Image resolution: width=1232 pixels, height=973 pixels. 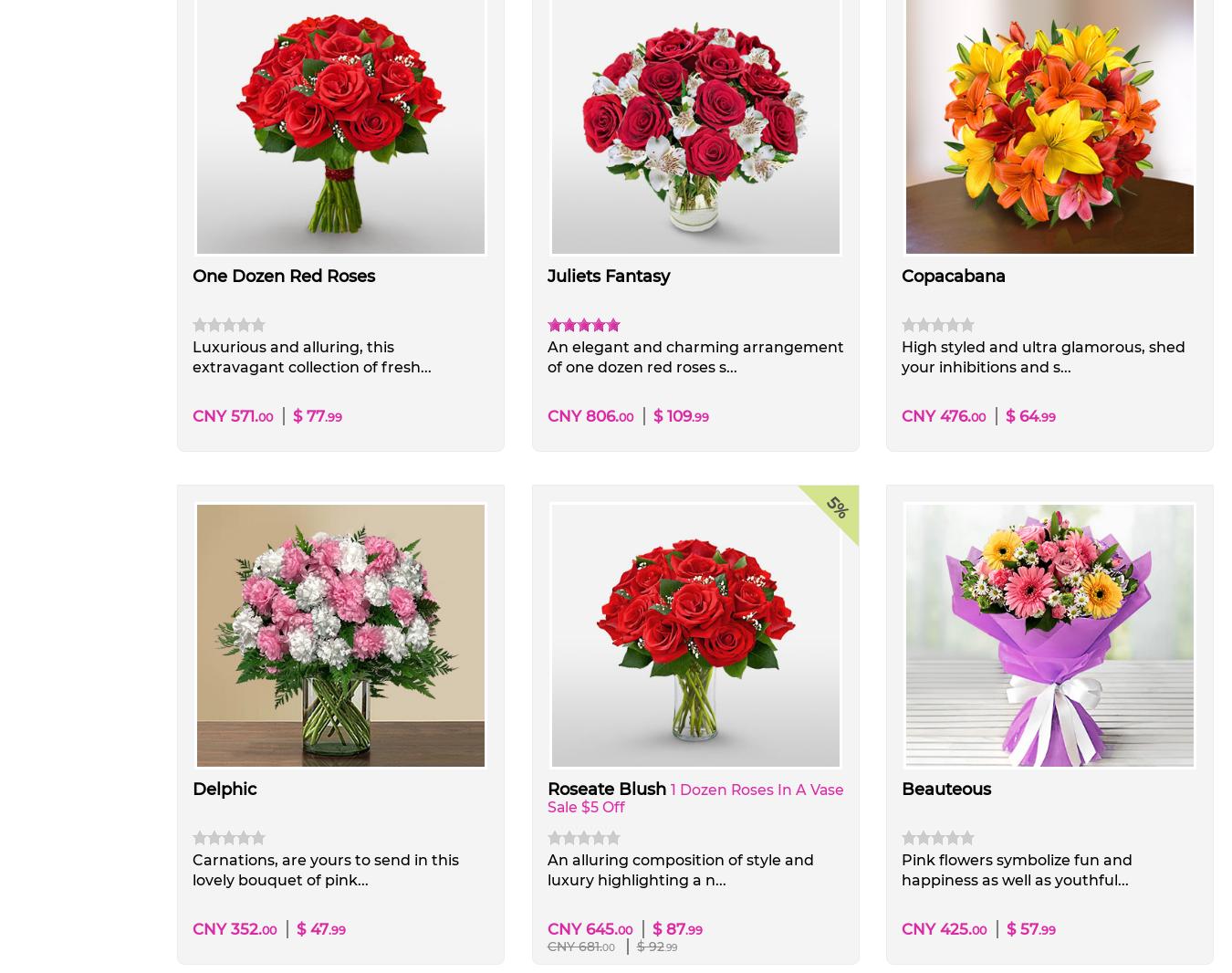 What do you see at coordinates (546, 798) in the screenshot?
I see `'1 Dozen Roses In A Vase Sale $5 Off'` at bounding box center [546, 798].